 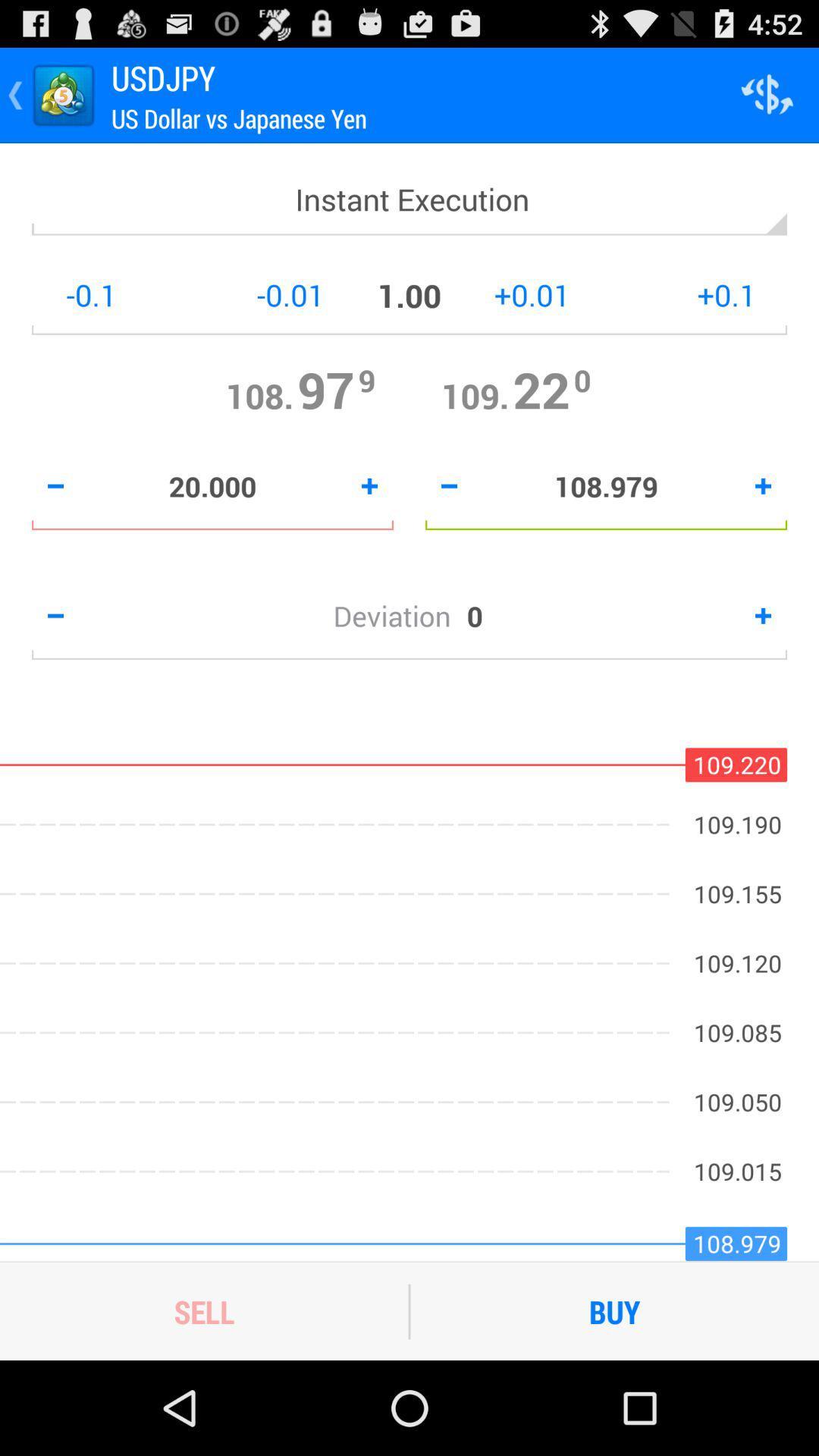 What do you see at coordinates (409, 295) in the screenshot?
I see `100` at bounding box center [409, 295].